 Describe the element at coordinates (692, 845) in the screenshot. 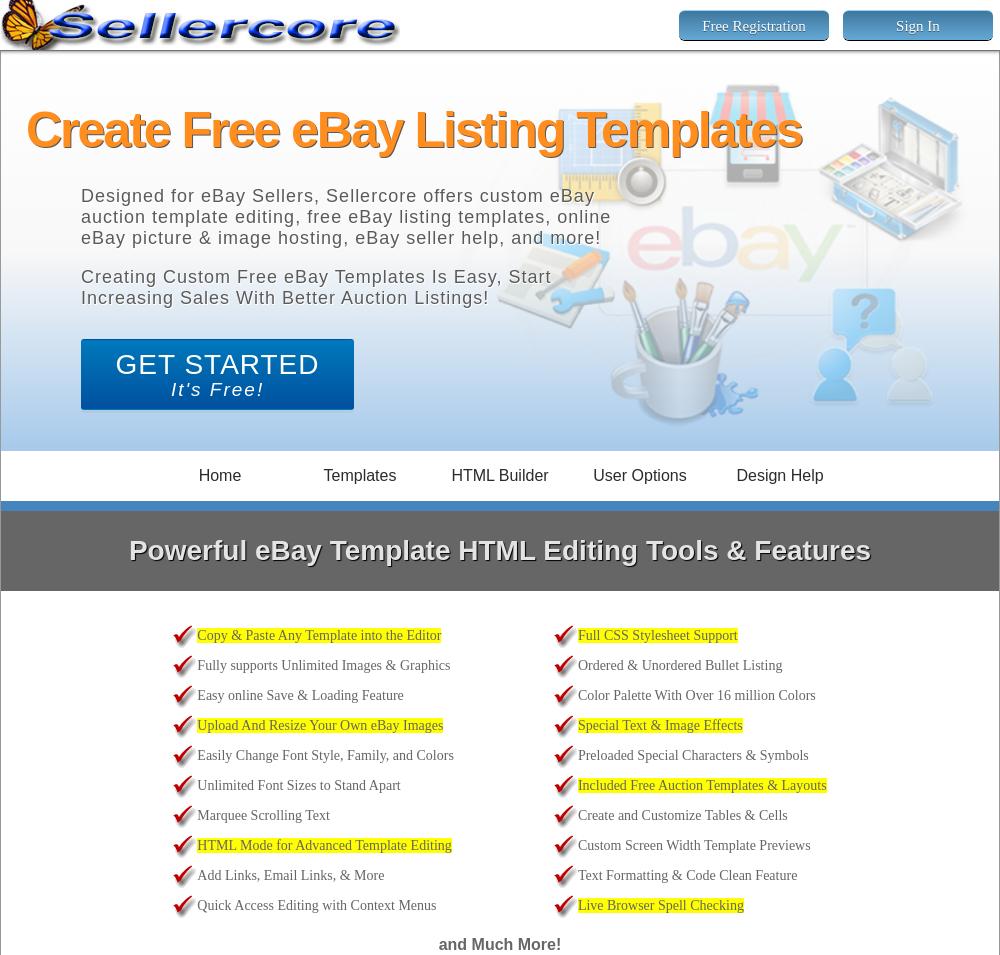

I see `'Custom Screen Width Template Previews'` at that location.